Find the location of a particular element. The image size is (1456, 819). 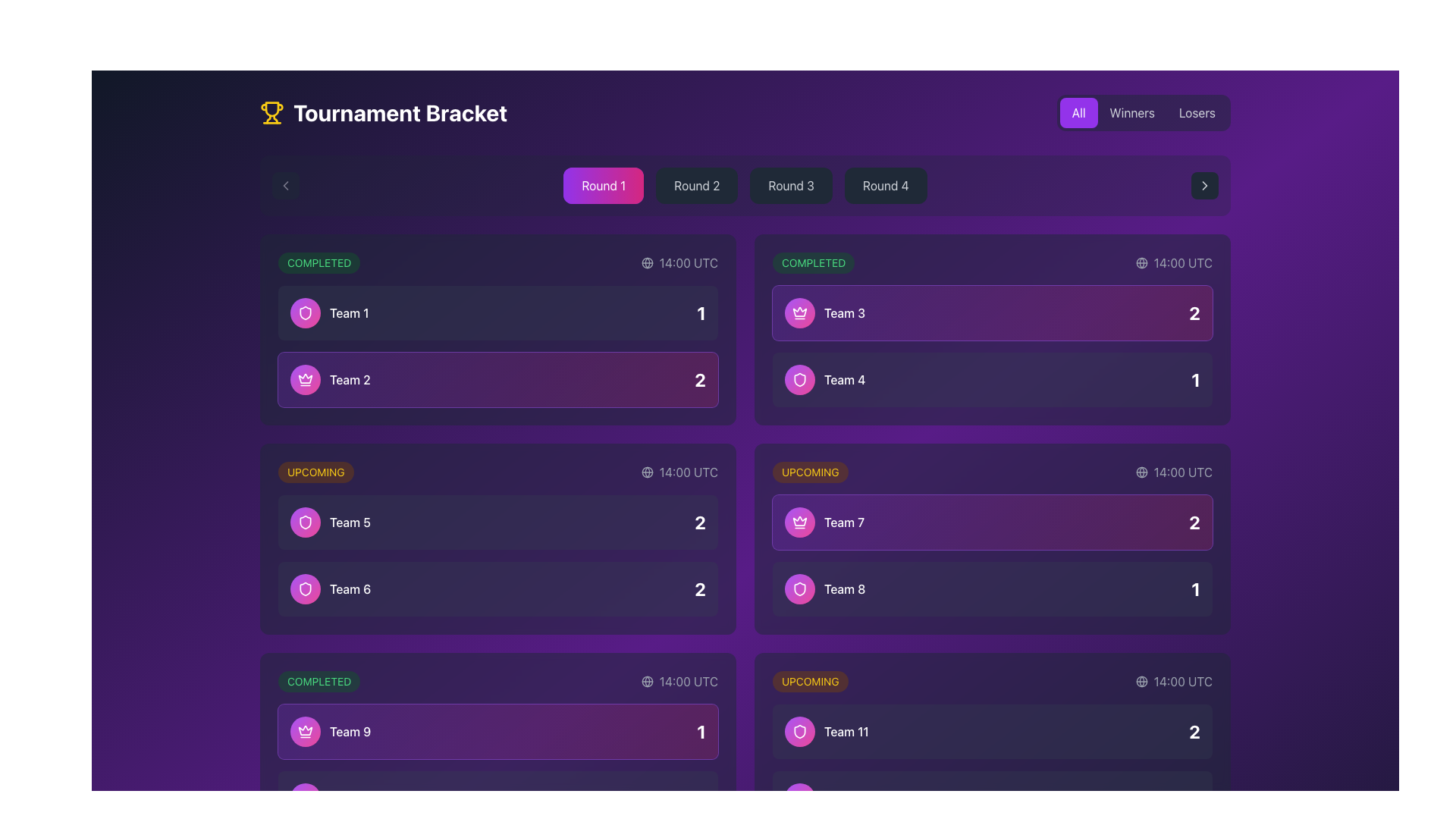

the text label 'Team 8' with a circular icon that has a gradient from purple to pink and a white shield symbol, located in the bottom-right area of the interface is located at coordinates (824, 588).